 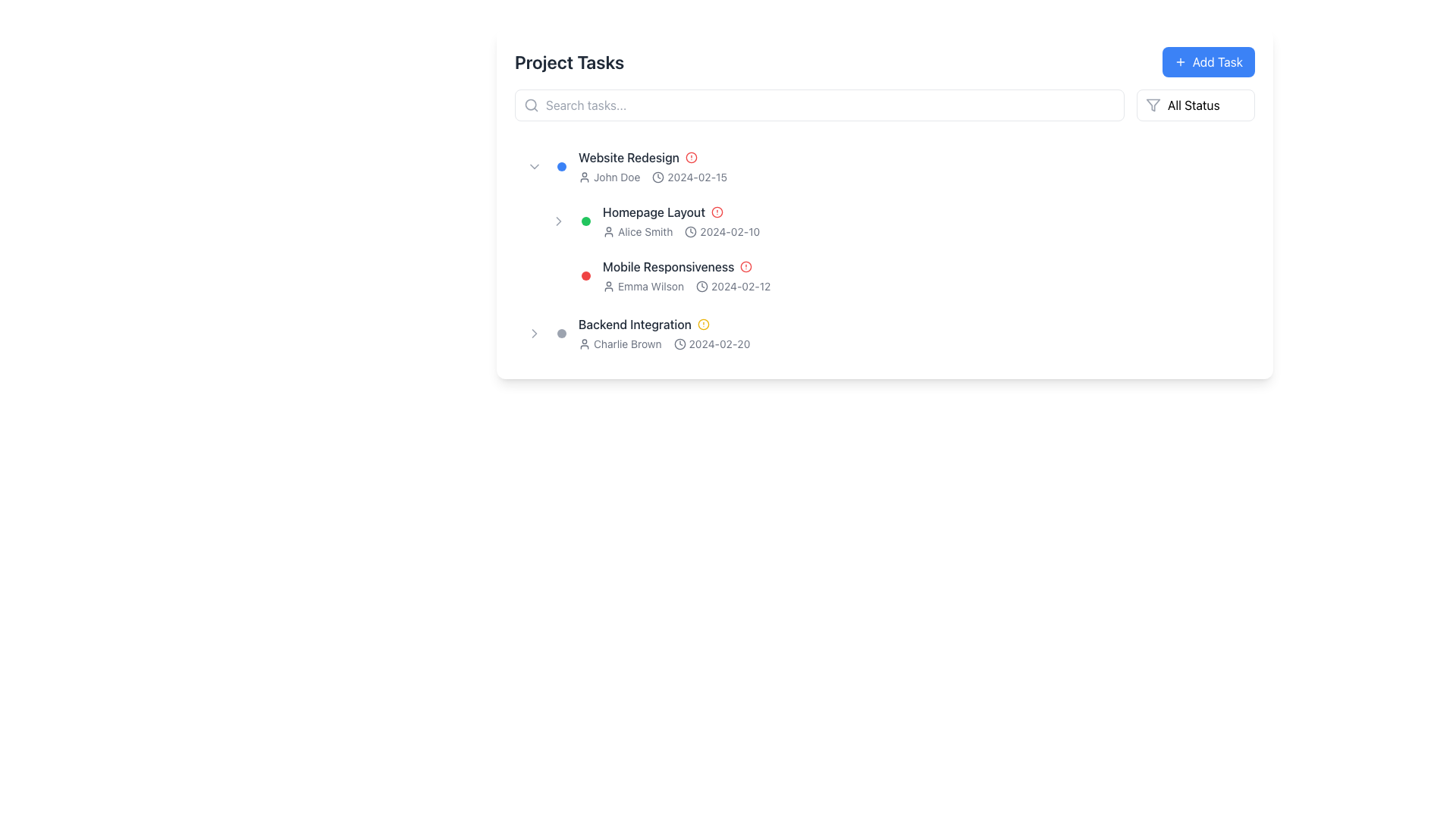 What do you see at coordinates (643, 287) in the screenshot?
I see `assignee's name 'Emma Wilson' from the Label with icon, which features a user profile icon and is part of the 'Mobile Responsiveness' task under 'Project Tasks'` at bounding box center [643, 287].